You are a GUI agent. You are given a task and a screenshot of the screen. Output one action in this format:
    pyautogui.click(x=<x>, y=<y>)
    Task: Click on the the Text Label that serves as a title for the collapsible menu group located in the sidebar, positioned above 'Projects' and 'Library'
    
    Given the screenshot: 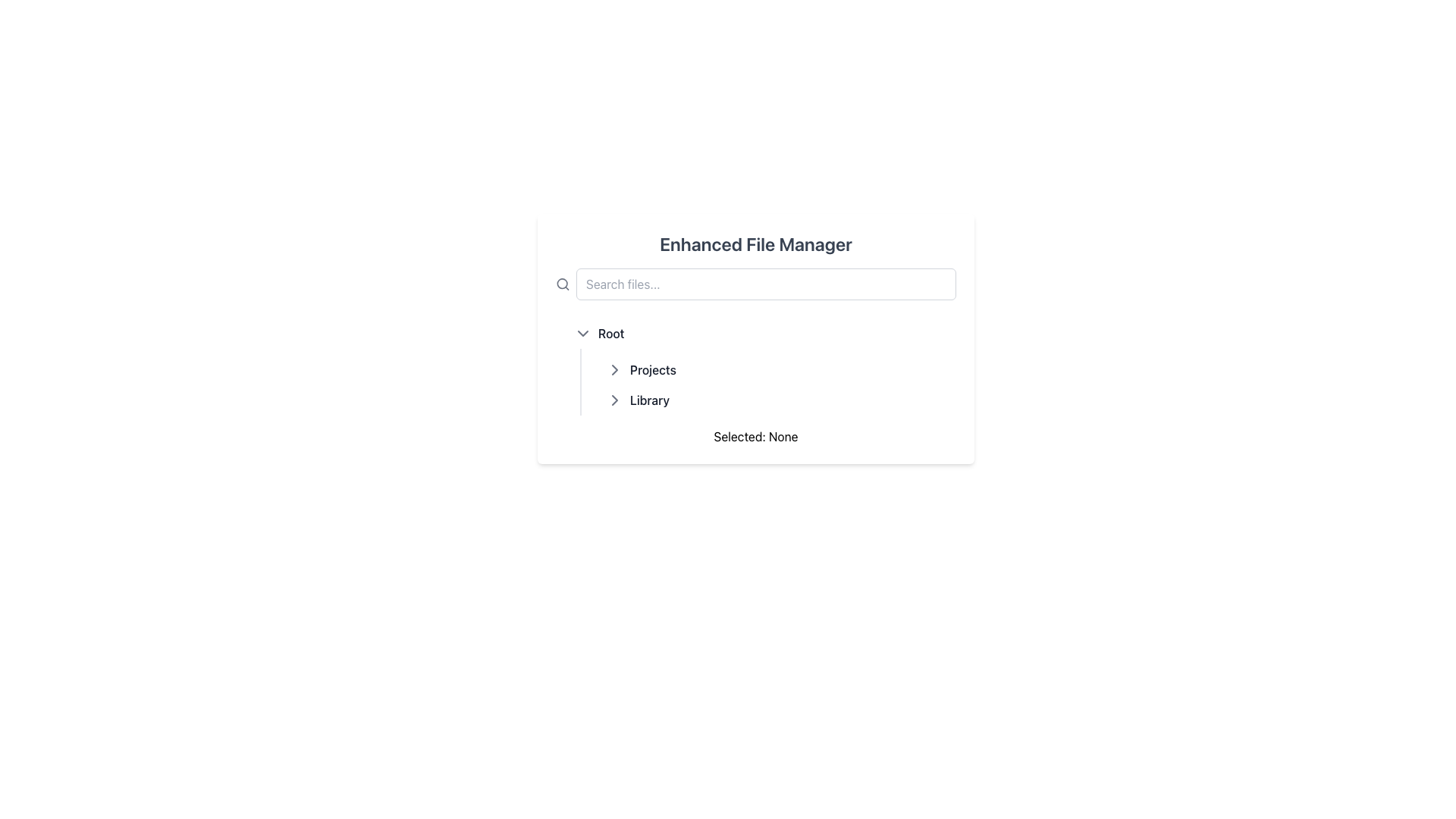 What is the action you would take?
    pyautogui.click(x=611, y=332)
    